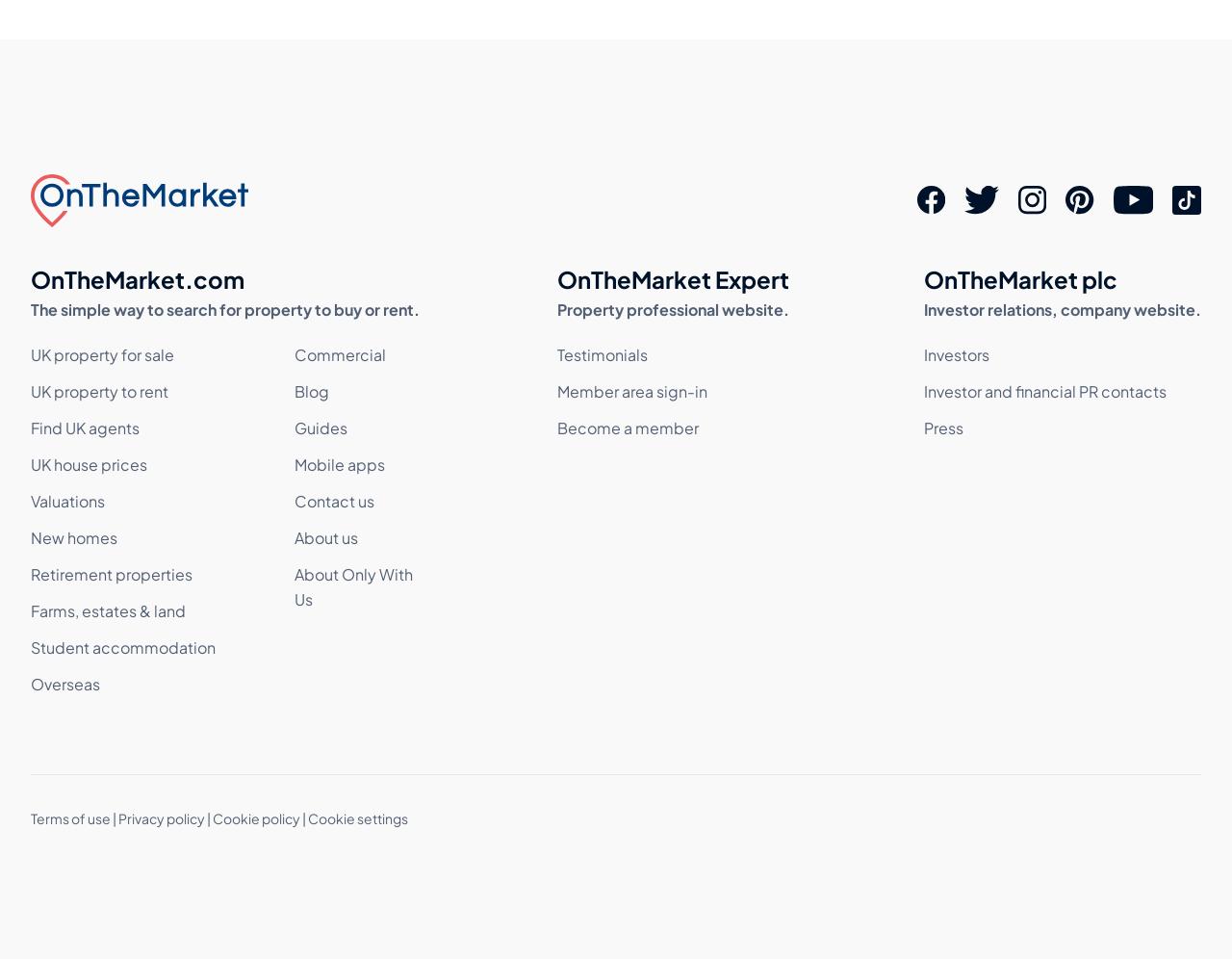  Describe the element at coordinates (1043, 390) in the screenshot. I see `'Investor and financial PR contacts'` at that location.